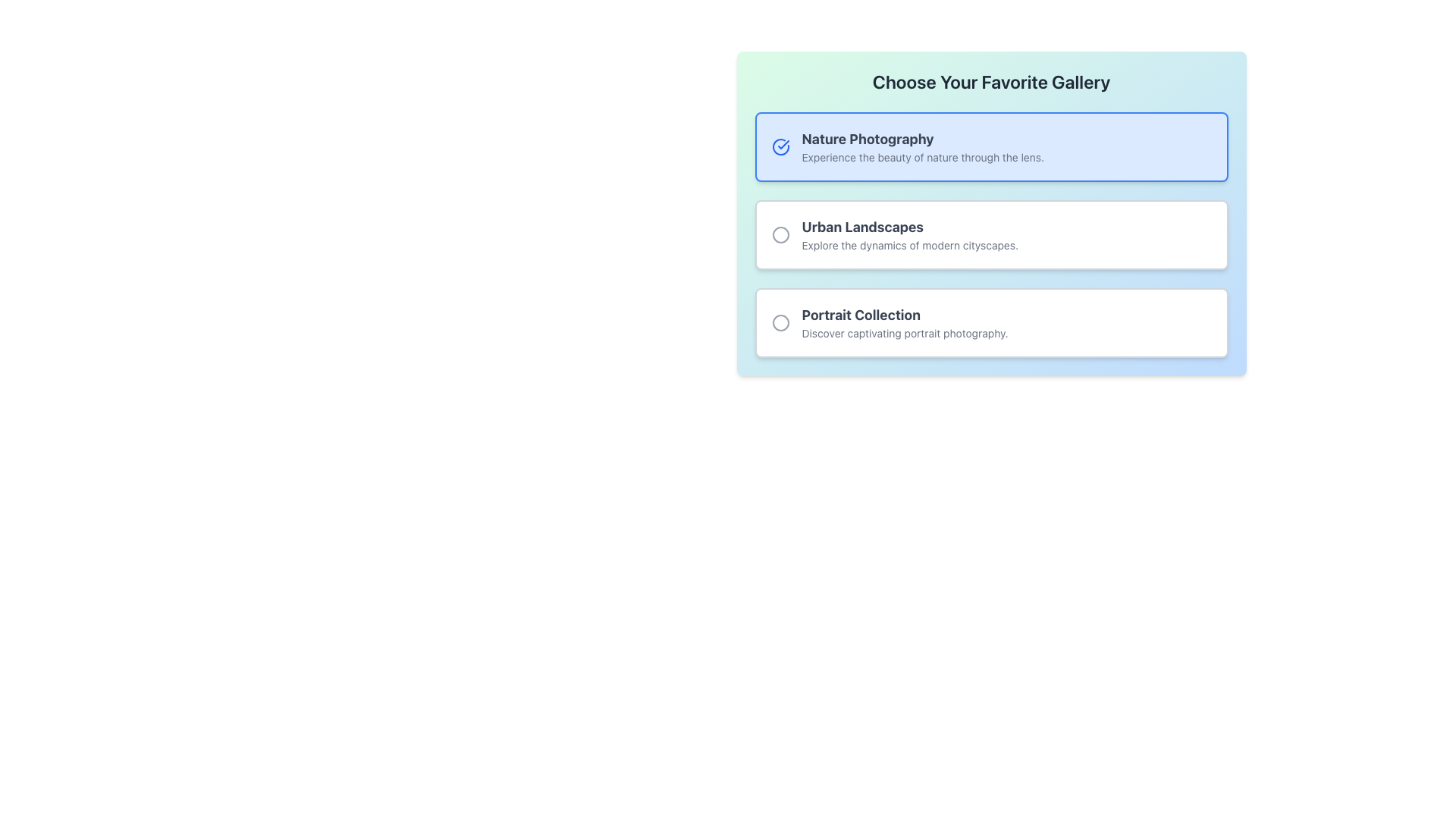 Image resolution: width=1456 pixels, height=819 pixels. Describe the element at coordinates (910, 245) in the screenshot. I see `text block containing 'Explore the dynamics of modern cityscapes.' located below the title 'Urban Landscapes' in the second option block` at that location.